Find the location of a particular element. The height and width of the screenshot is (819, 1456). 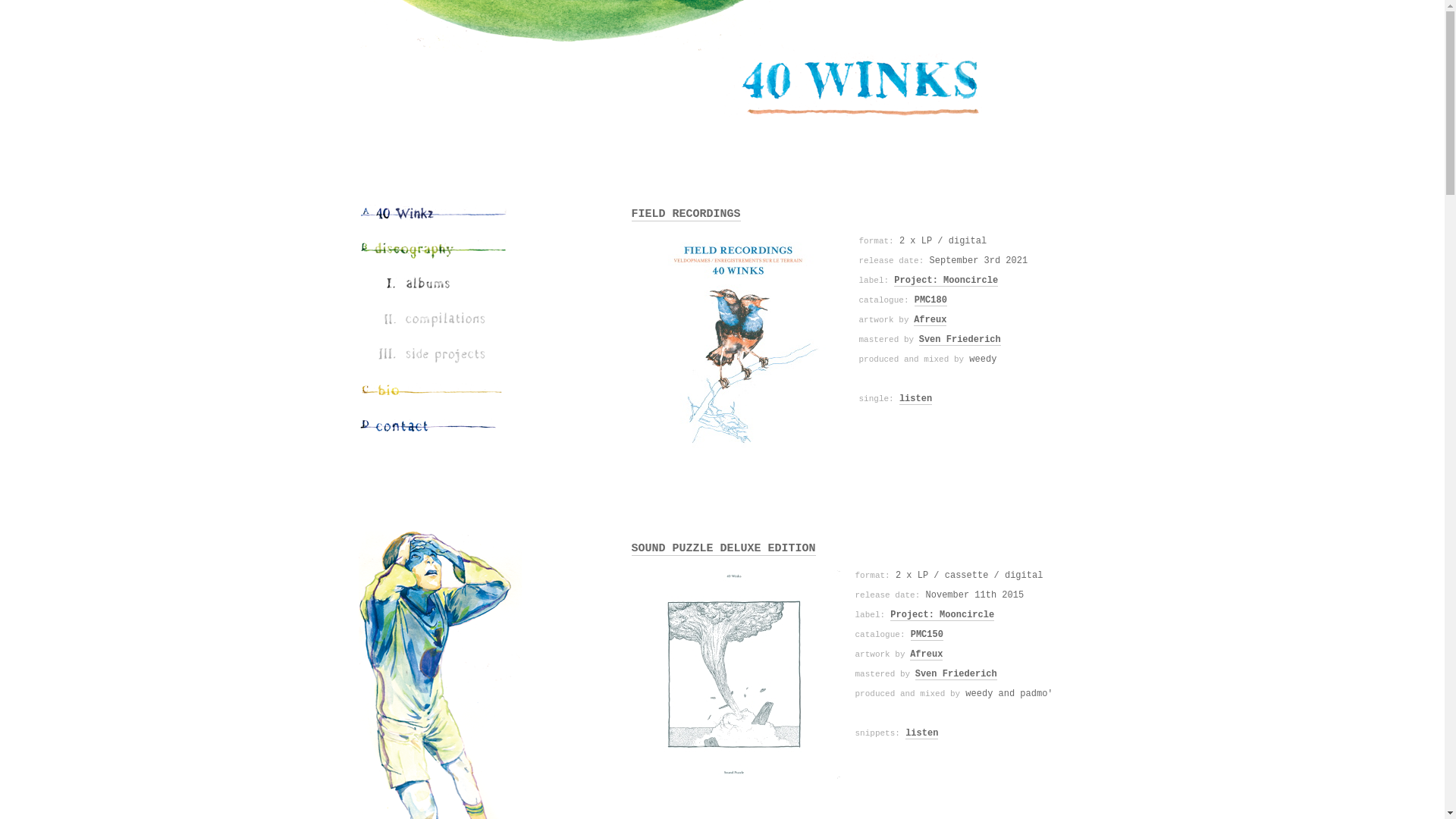

'listen' is located at coordinates (915, 398).